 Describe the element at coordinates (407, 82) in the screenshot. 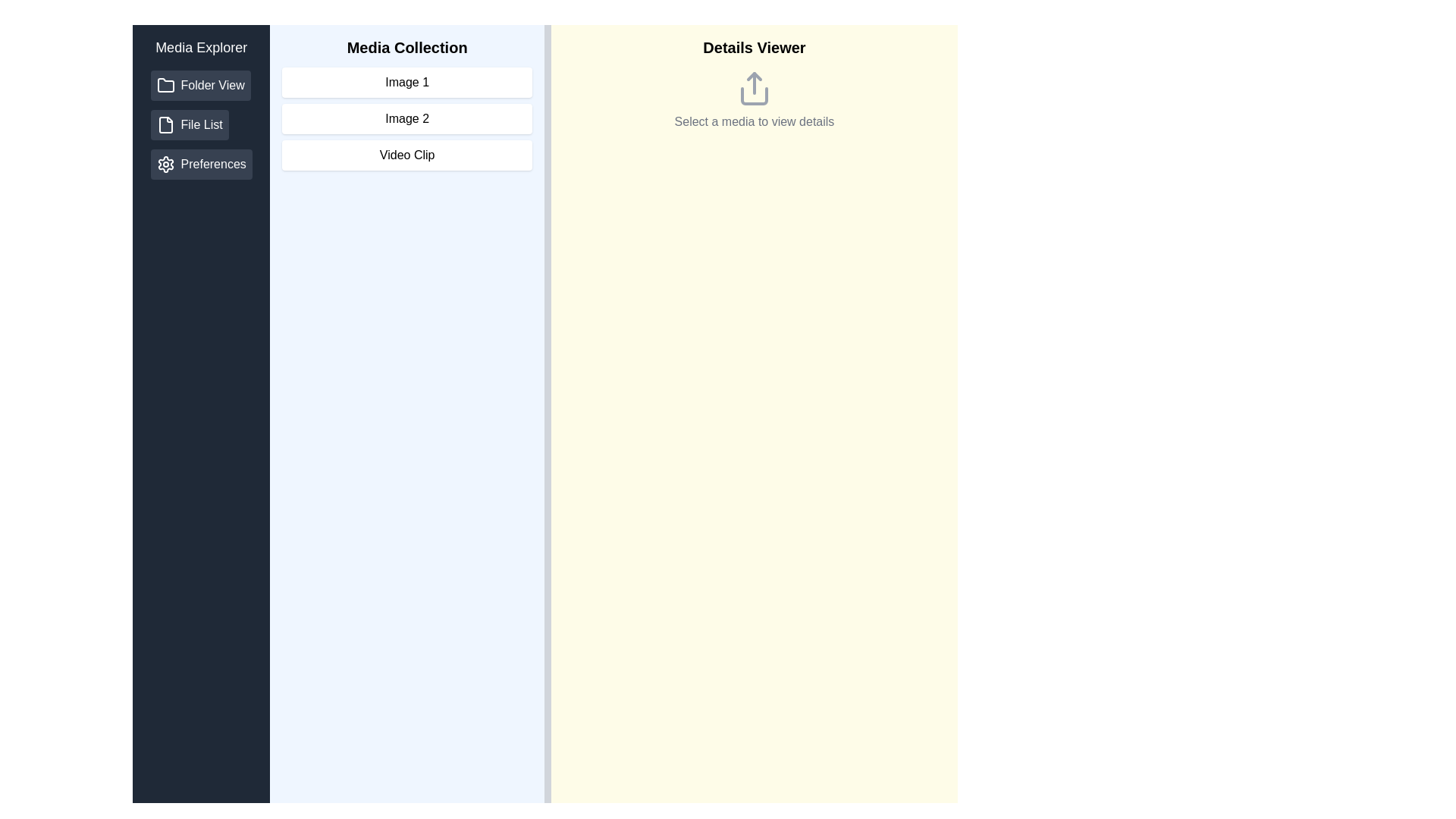

I see `the 'Image 1' button in the Media Collection section` at that location.